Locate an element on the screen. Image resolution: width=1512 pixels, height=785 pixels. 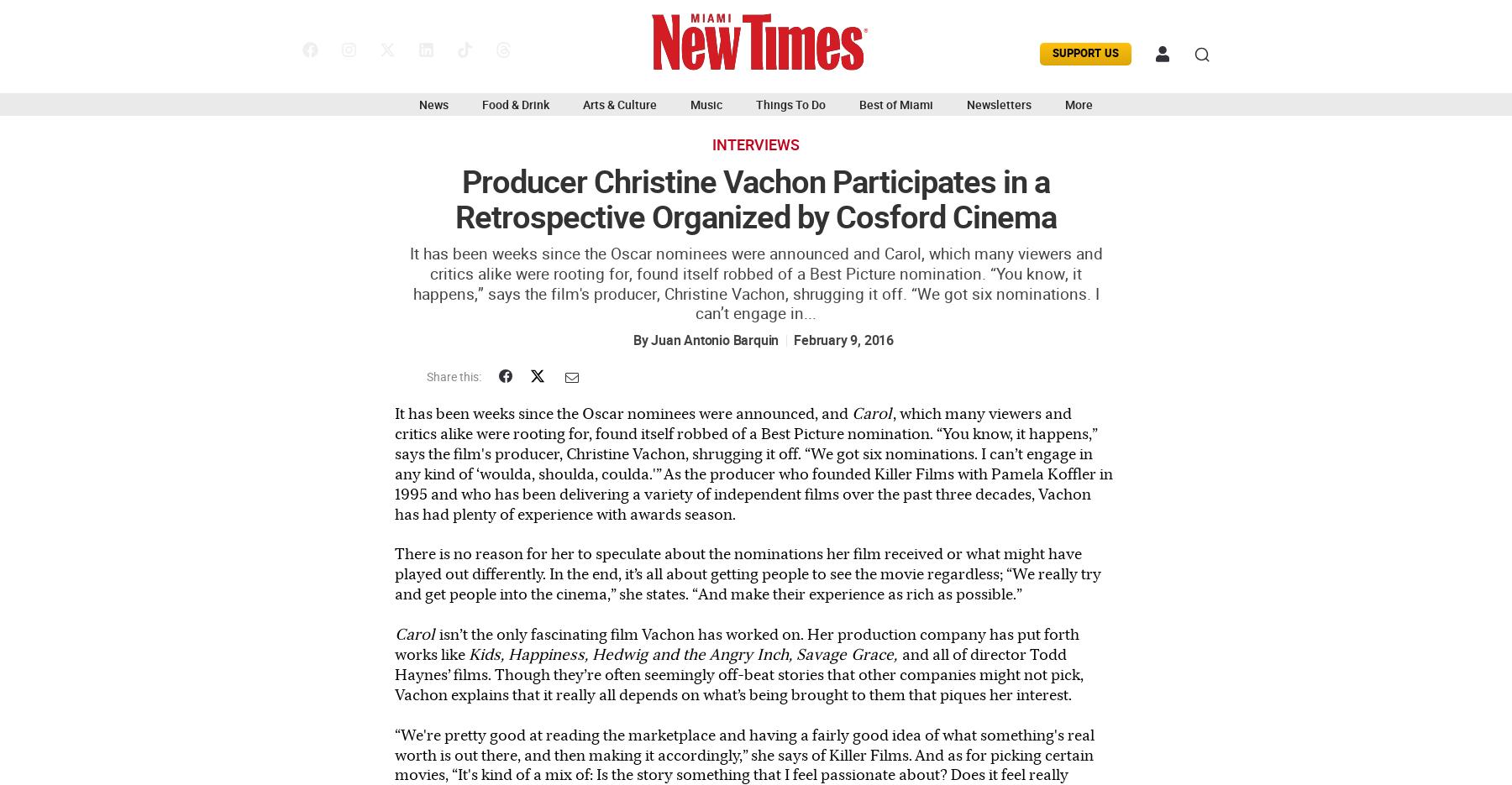
'There is no reason for her to speculate about the nominations her film received or what might have played out differently. In the end, it’s all about getting people to see the movie regardless; “We really try and get people into the cinema,” she states. “And make their experience as rich as possible.”' is located at coordinates (748, 573).